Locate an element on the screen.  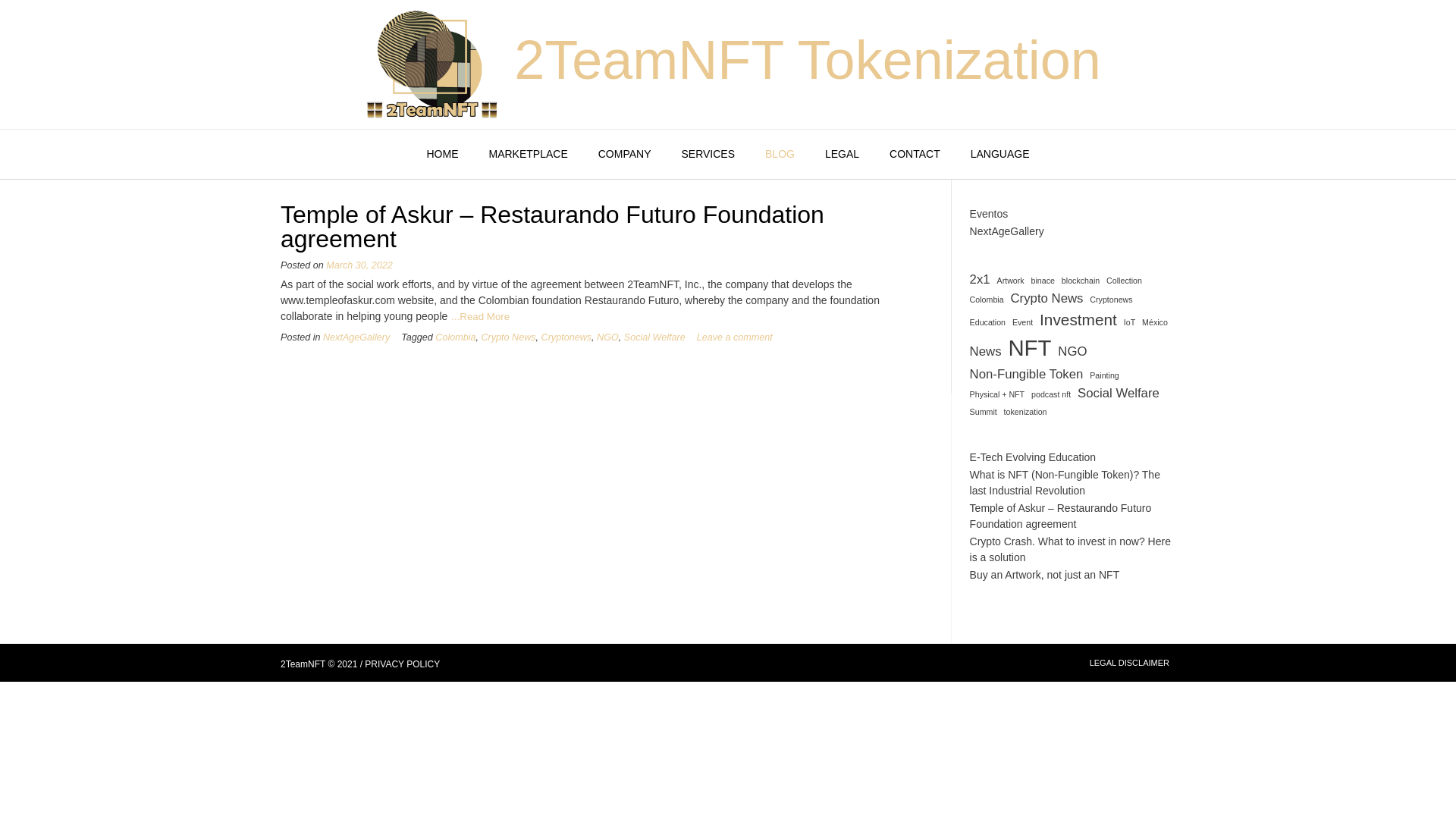
'2x1' is located at coordinates (980, 279).